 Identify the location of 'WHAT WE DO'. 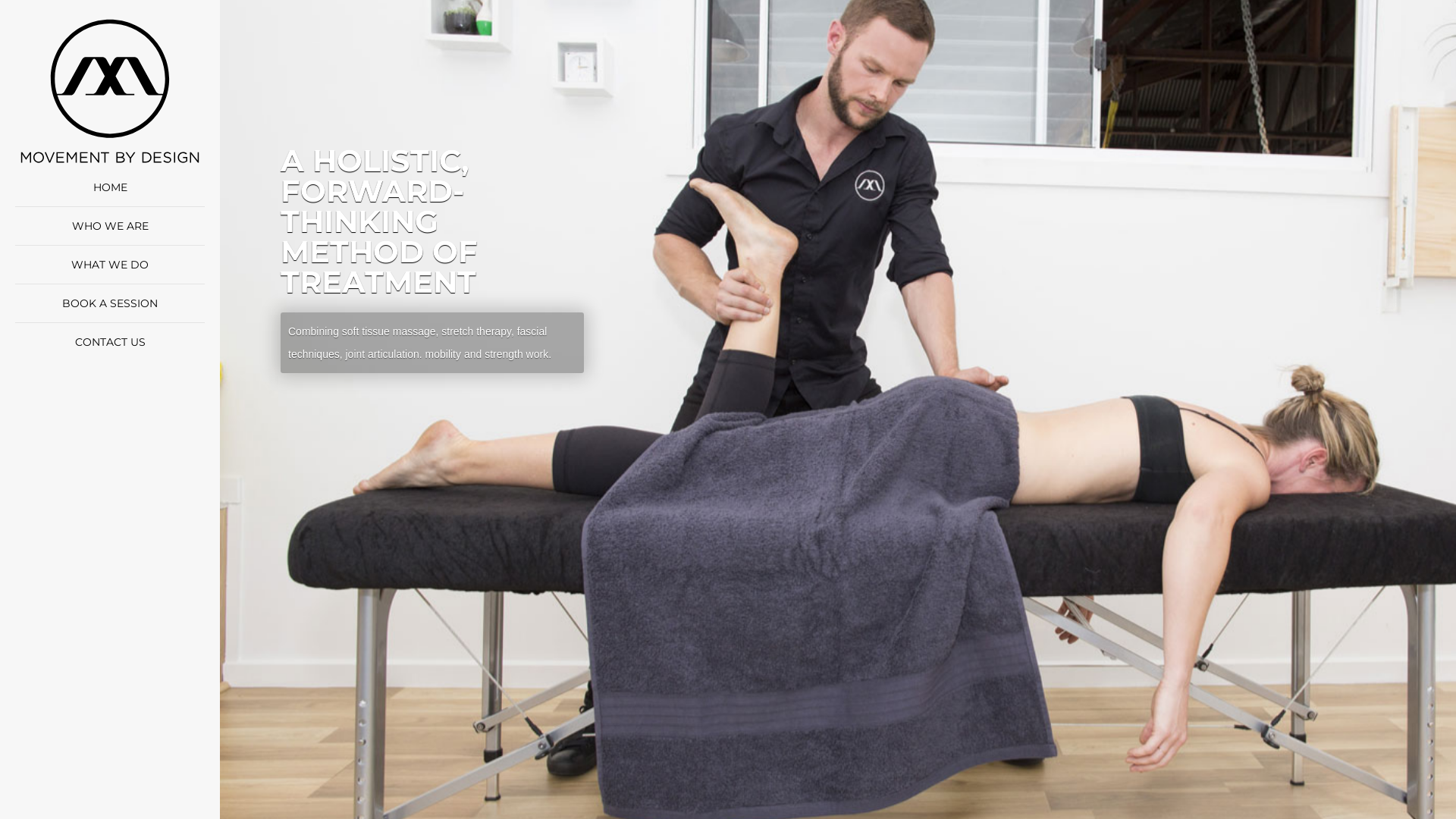
(108, 263).